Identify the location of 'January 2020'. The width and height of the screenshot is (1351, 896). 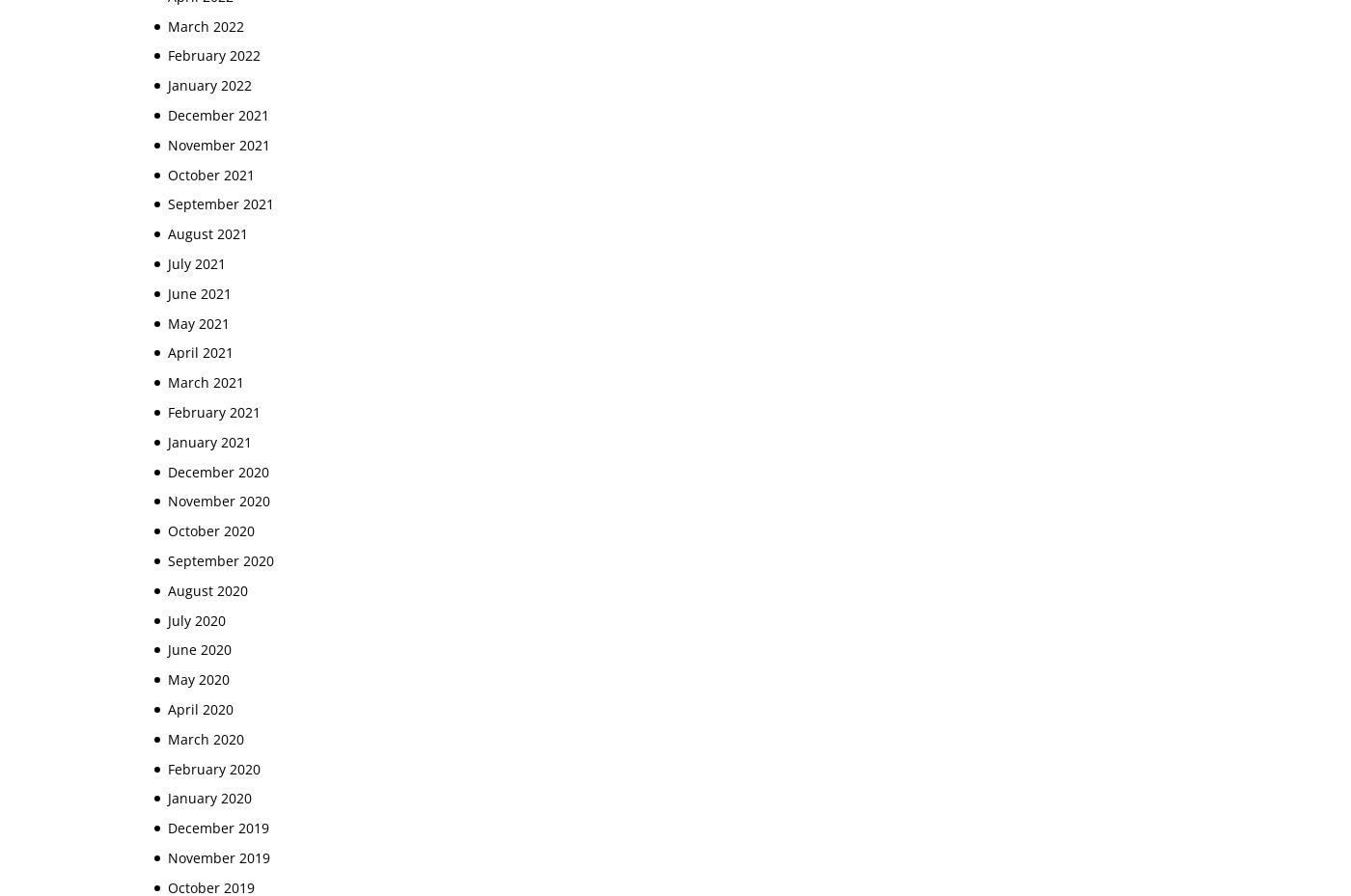
(168, 797).